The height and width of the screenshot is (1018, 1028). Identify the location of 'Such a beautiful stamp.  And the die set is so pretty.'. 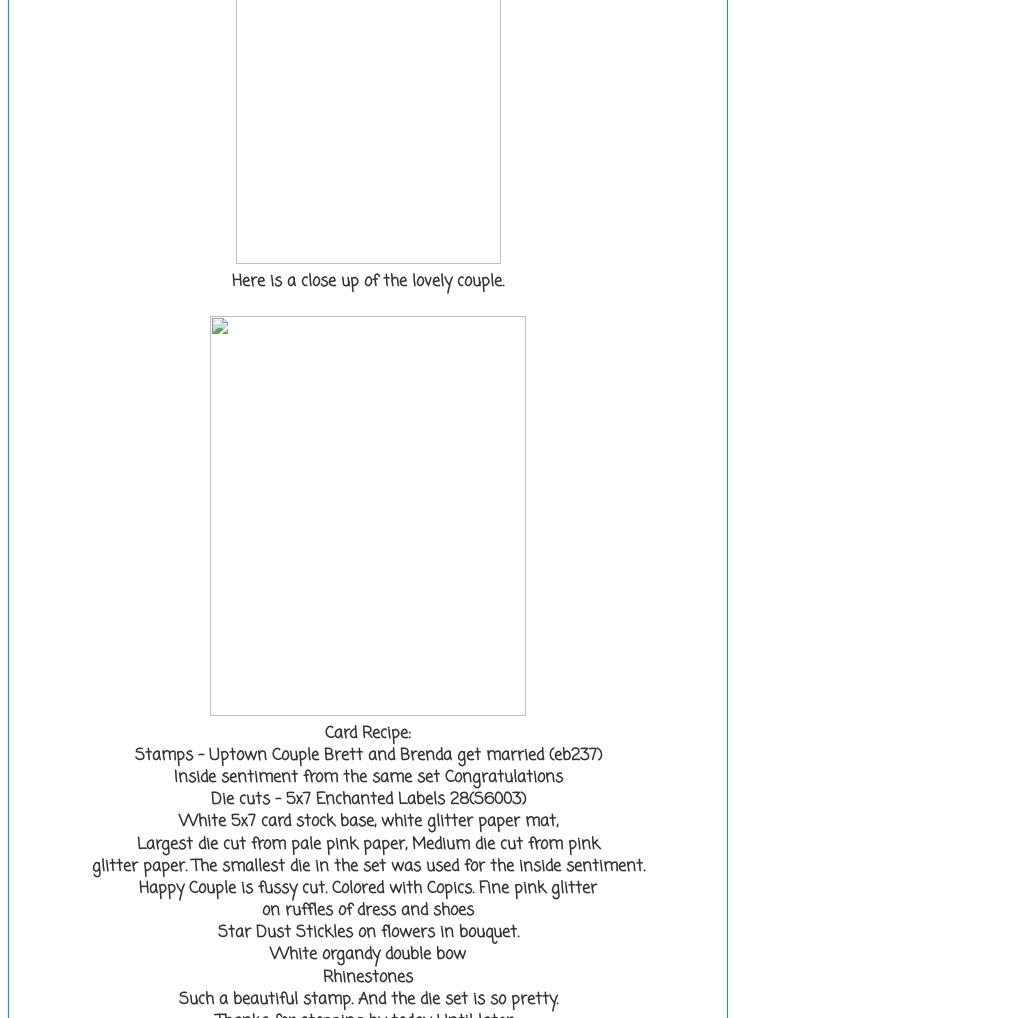
(366, 998).